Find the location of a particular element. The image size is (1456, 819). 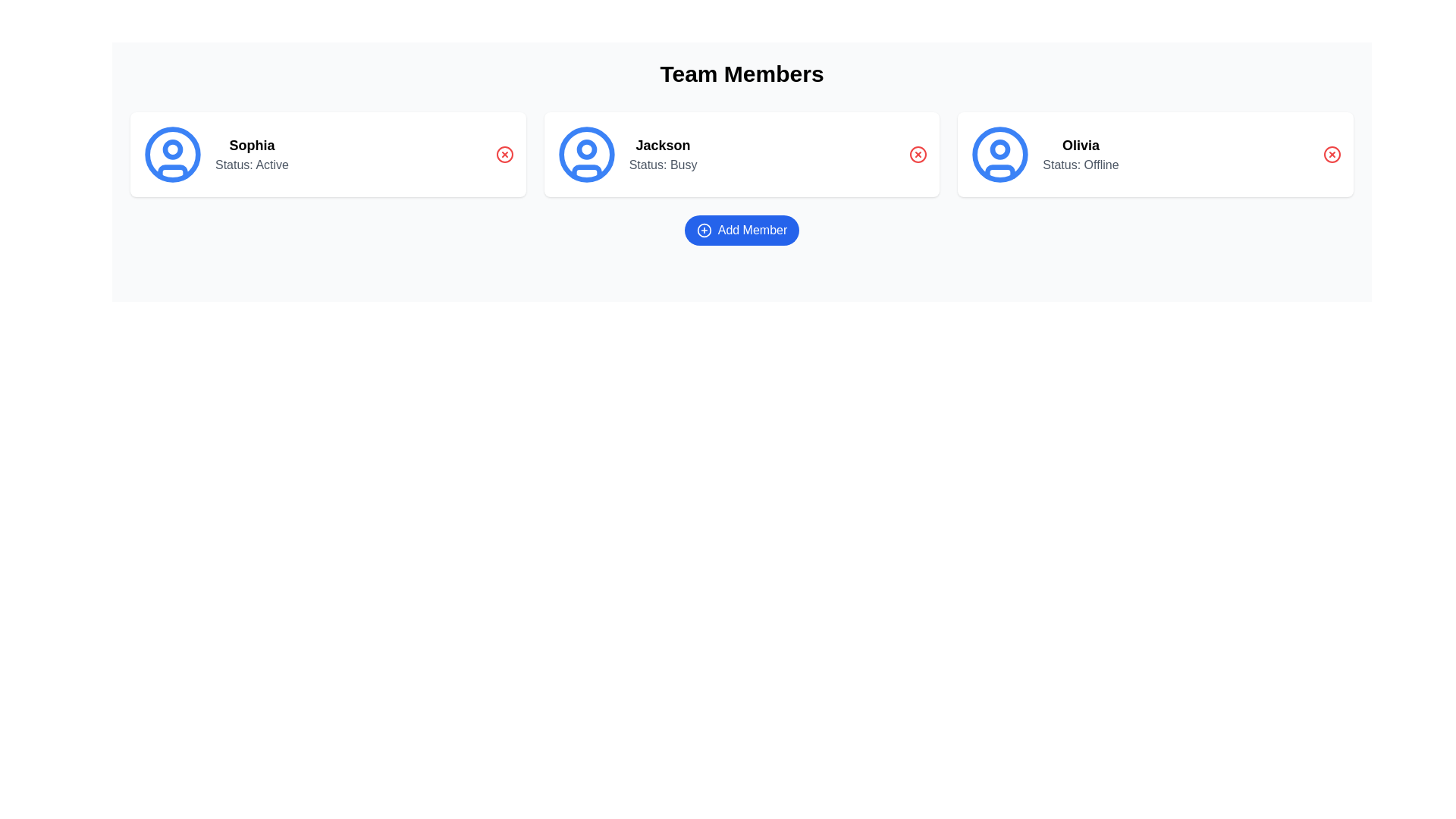

the text label displaying 'Jackson', which is styled prominently in bold and located above the 'Status: Busy' text in the middle user card of the profile cards under 'Team Members' is located at coordinates (663, 146).